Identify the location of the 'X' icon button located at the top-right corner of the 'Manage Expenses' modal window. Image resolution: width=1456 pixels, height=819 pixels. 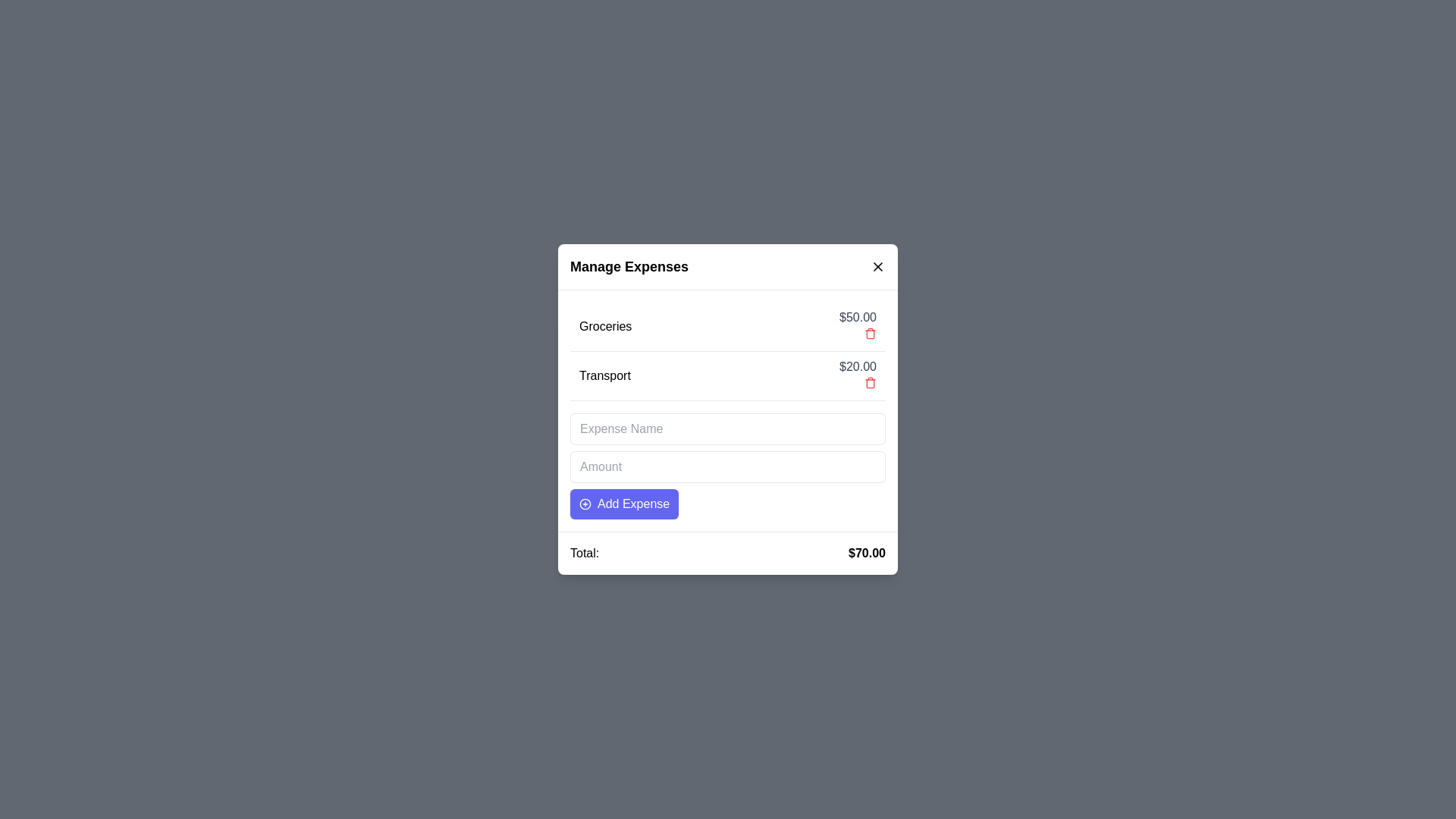
(877, 265).